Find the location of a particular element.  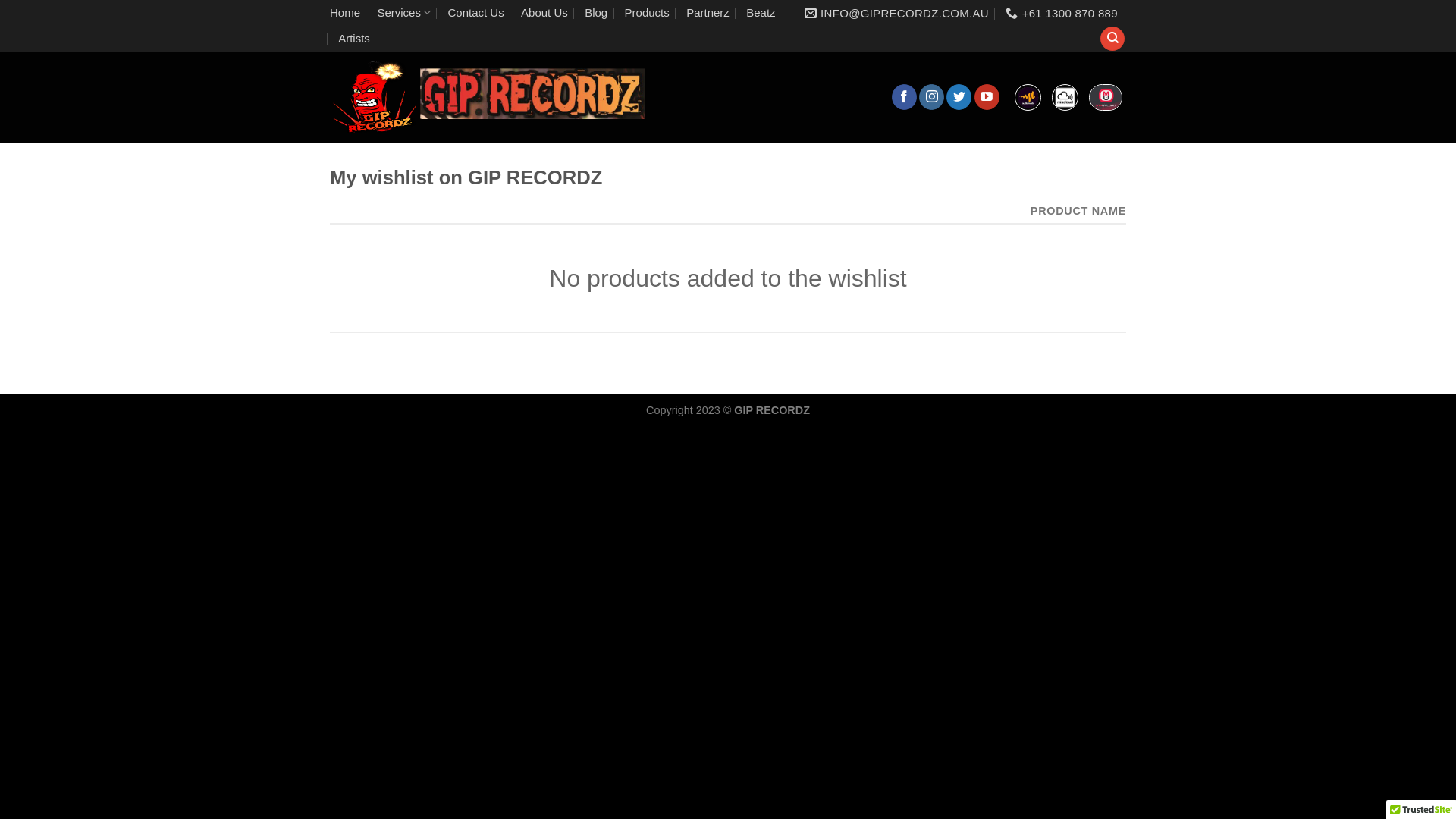

'Services' is located at coordinates (377, 12).